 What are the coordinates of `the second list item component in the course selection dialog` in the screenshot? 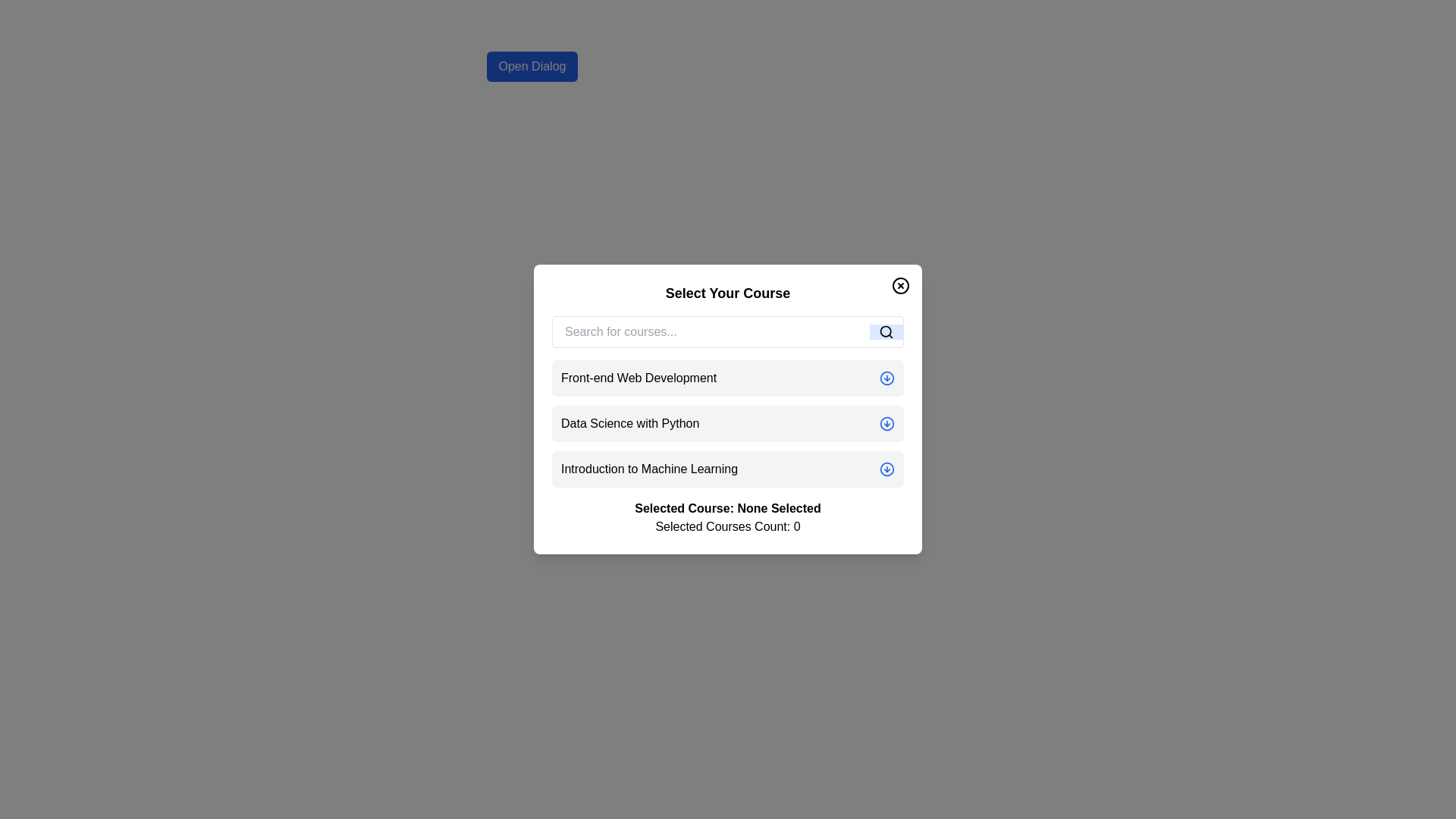 It's located at (728, 409).